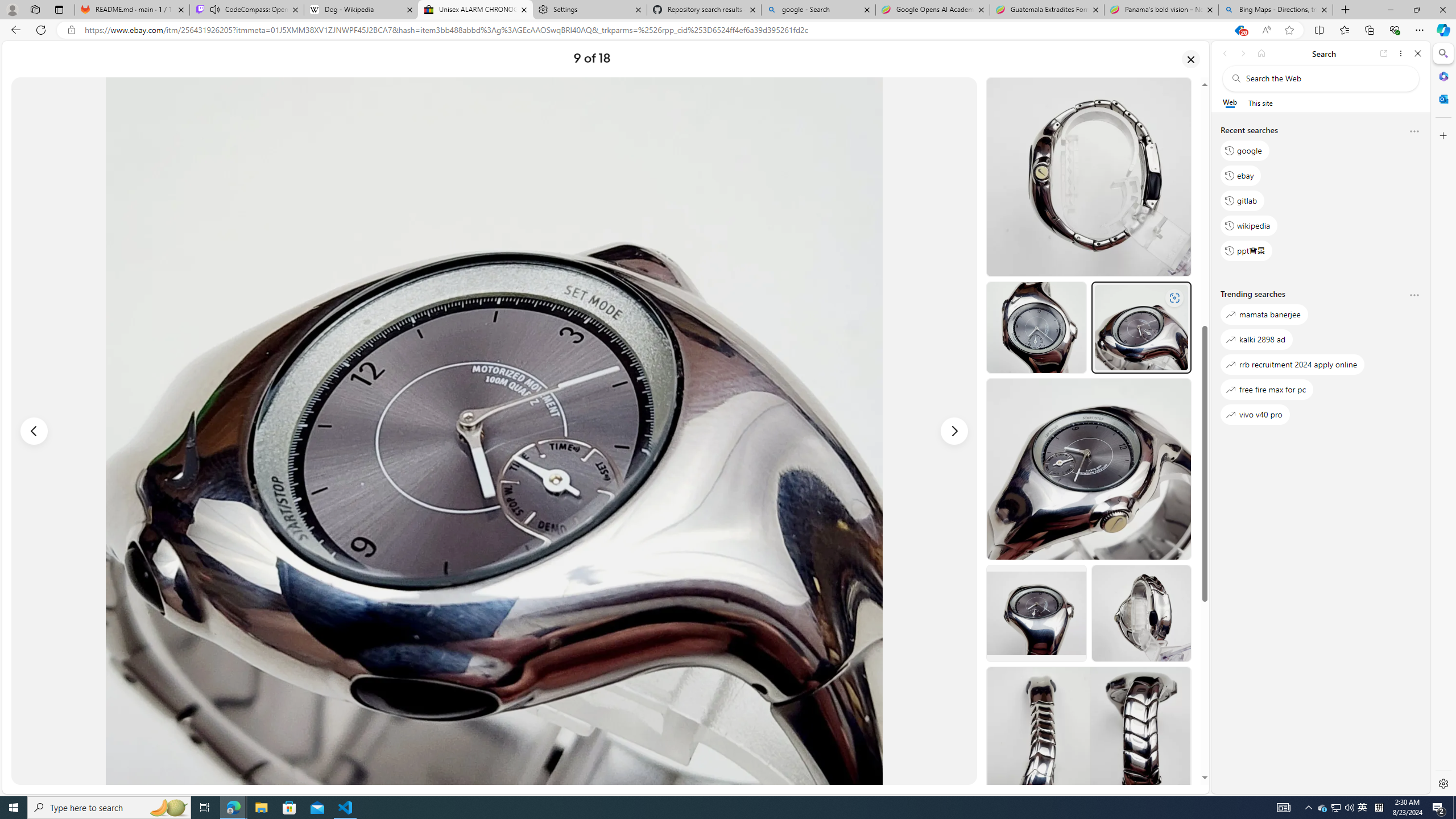  I want to click on 'Previous image - Item images thumbnails', so click(34, 431).